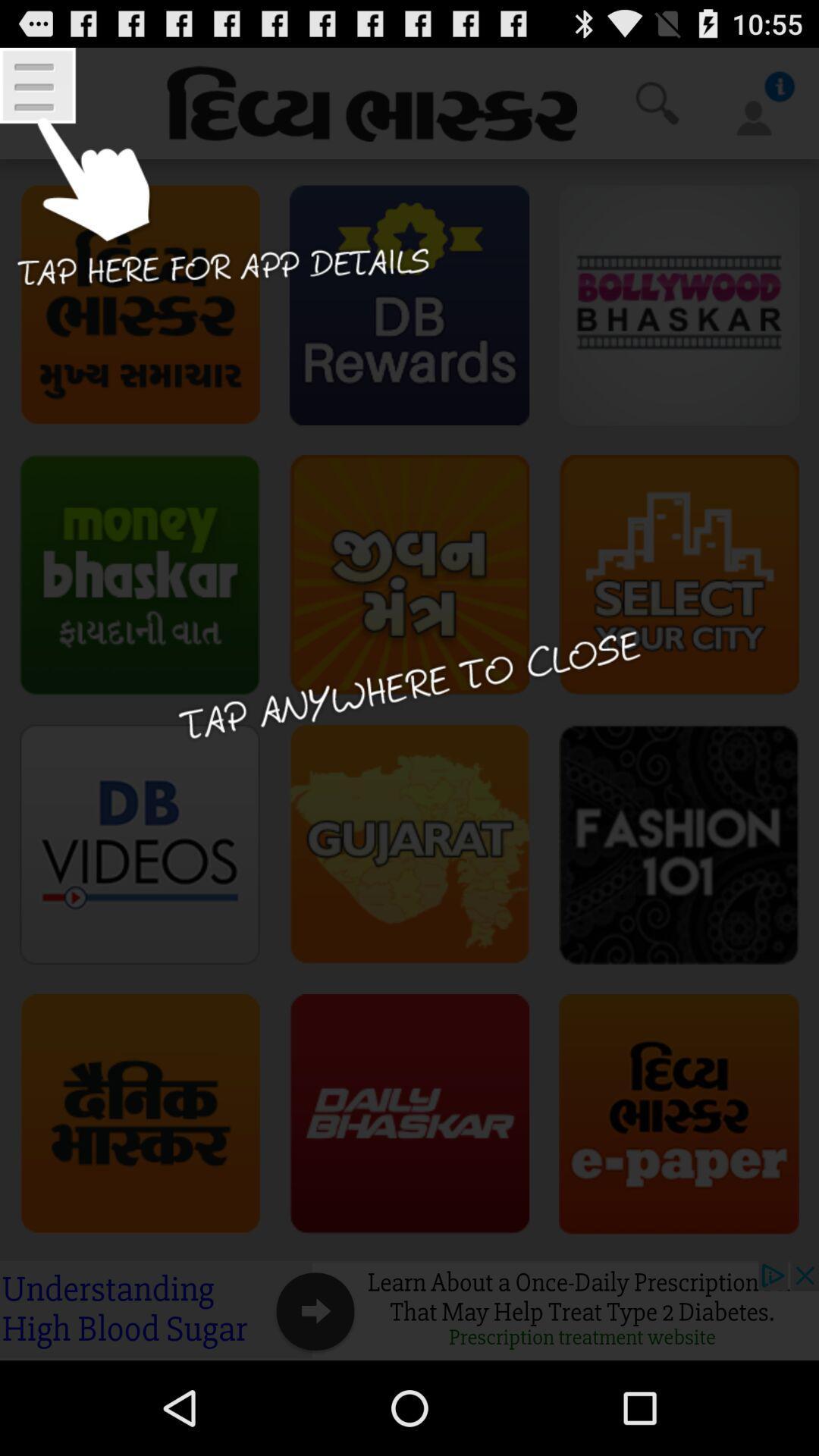 The height and width of the screenshot is (1456, 819). I want to click on tap anywhere to close, so click(409, 703).